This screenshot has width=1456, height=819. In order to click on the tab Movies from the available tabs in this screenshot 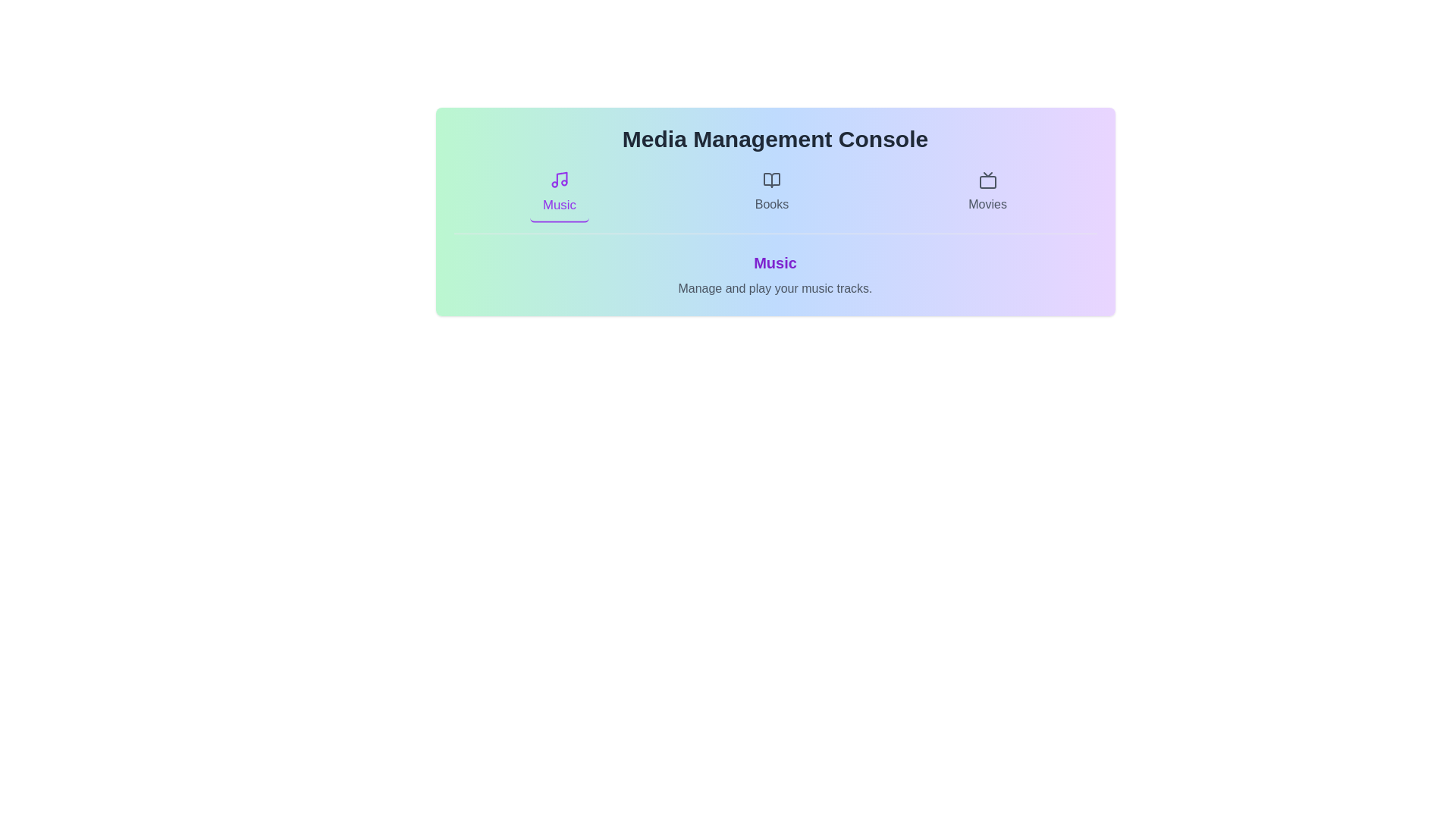, I will do `click(987, 192)`.